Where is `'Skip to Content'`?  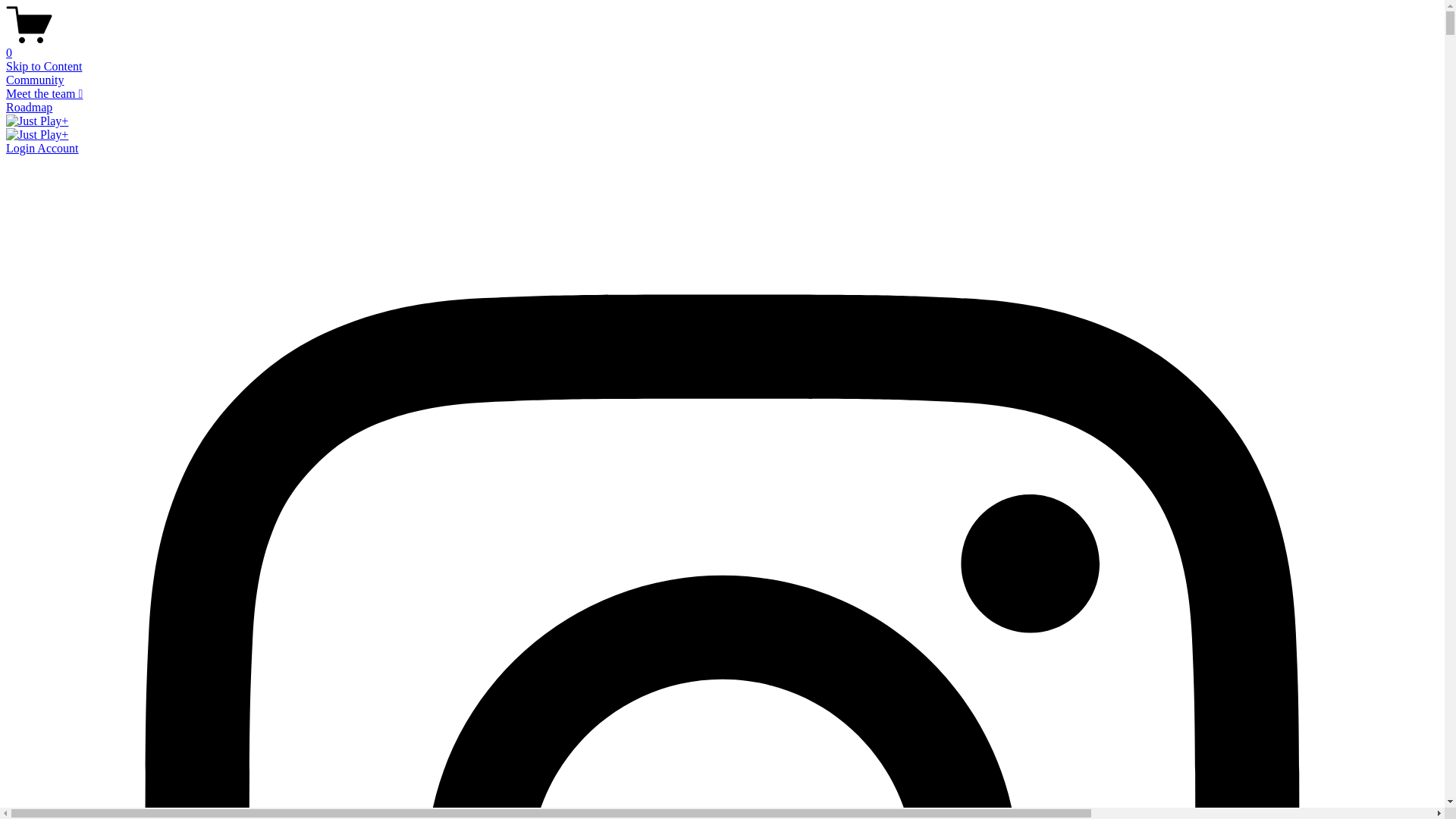 'Skip to Content' is located at coordinates (43, 65).